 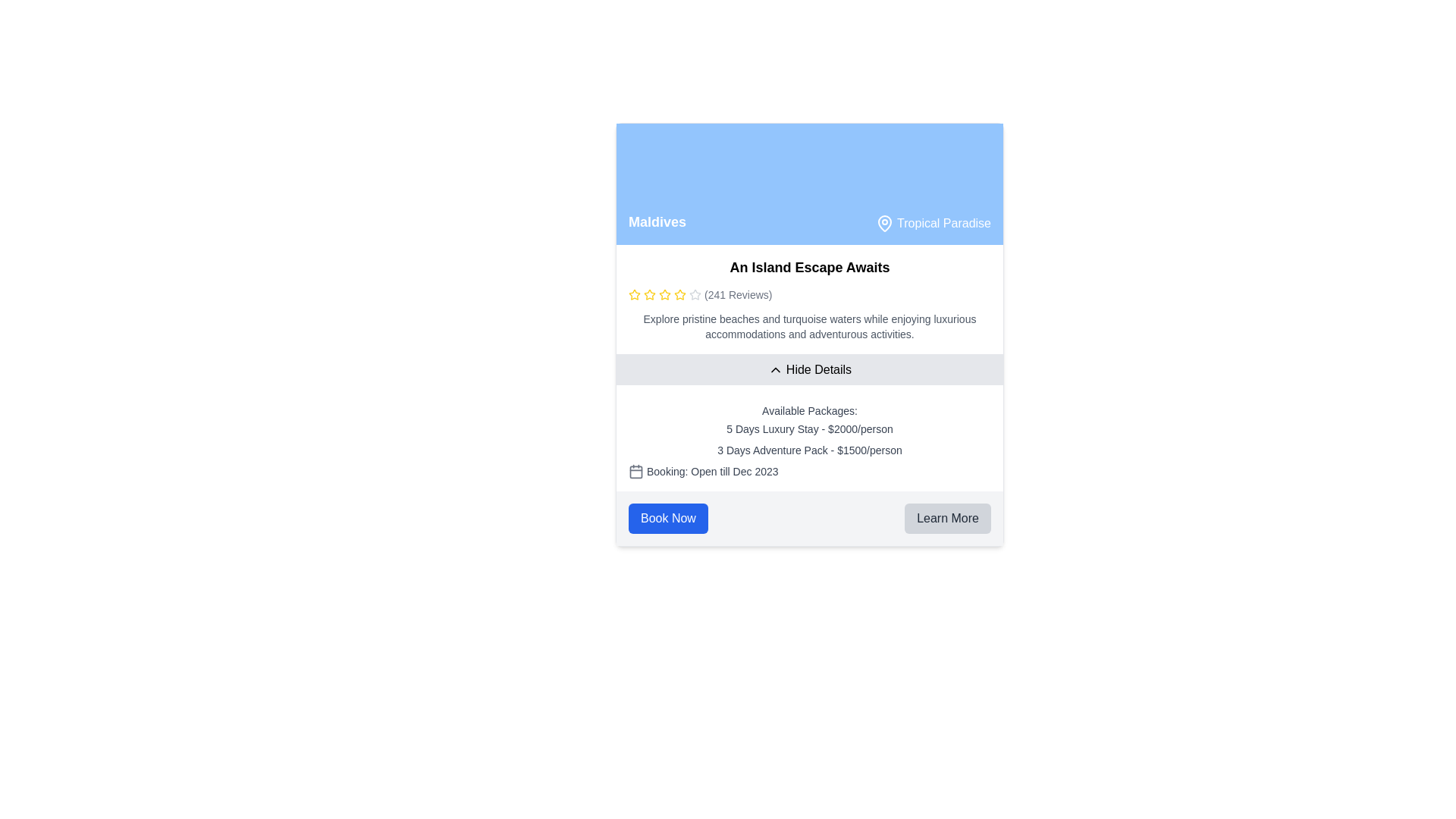 What do you see at coordinates (738, 295) in the screenshot?
I see `the Text label that indicates the number of reviews for the item, positioned to the right of the yellow-star icons and under the heading 'An Island Escape Awaits'` at bounding box center [738, 295].